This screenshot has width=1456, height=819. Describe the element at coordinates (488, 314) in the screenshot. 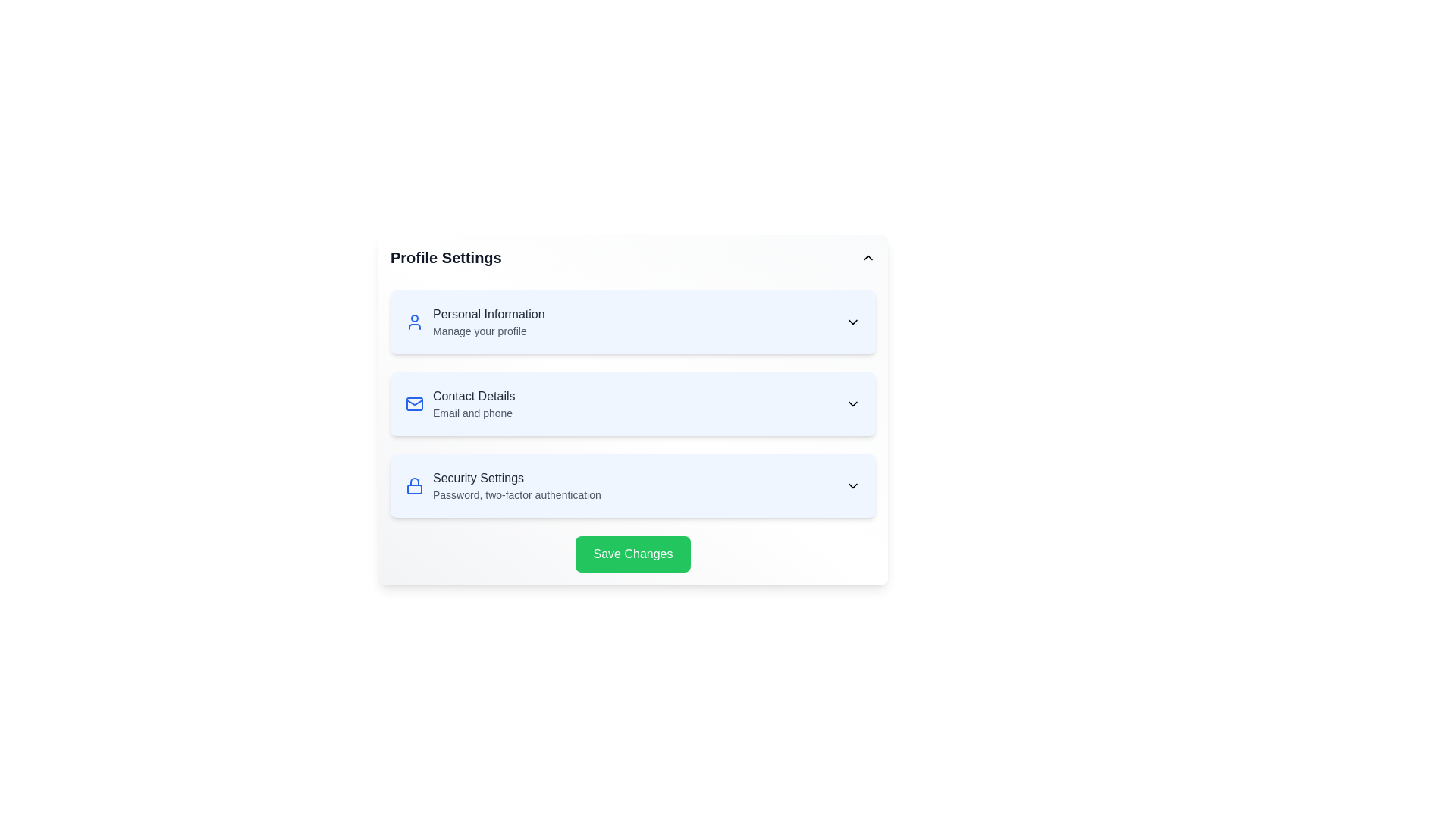

I see `the text header element displaying 'Personal Information' at the top of the profile settings card` at that location.